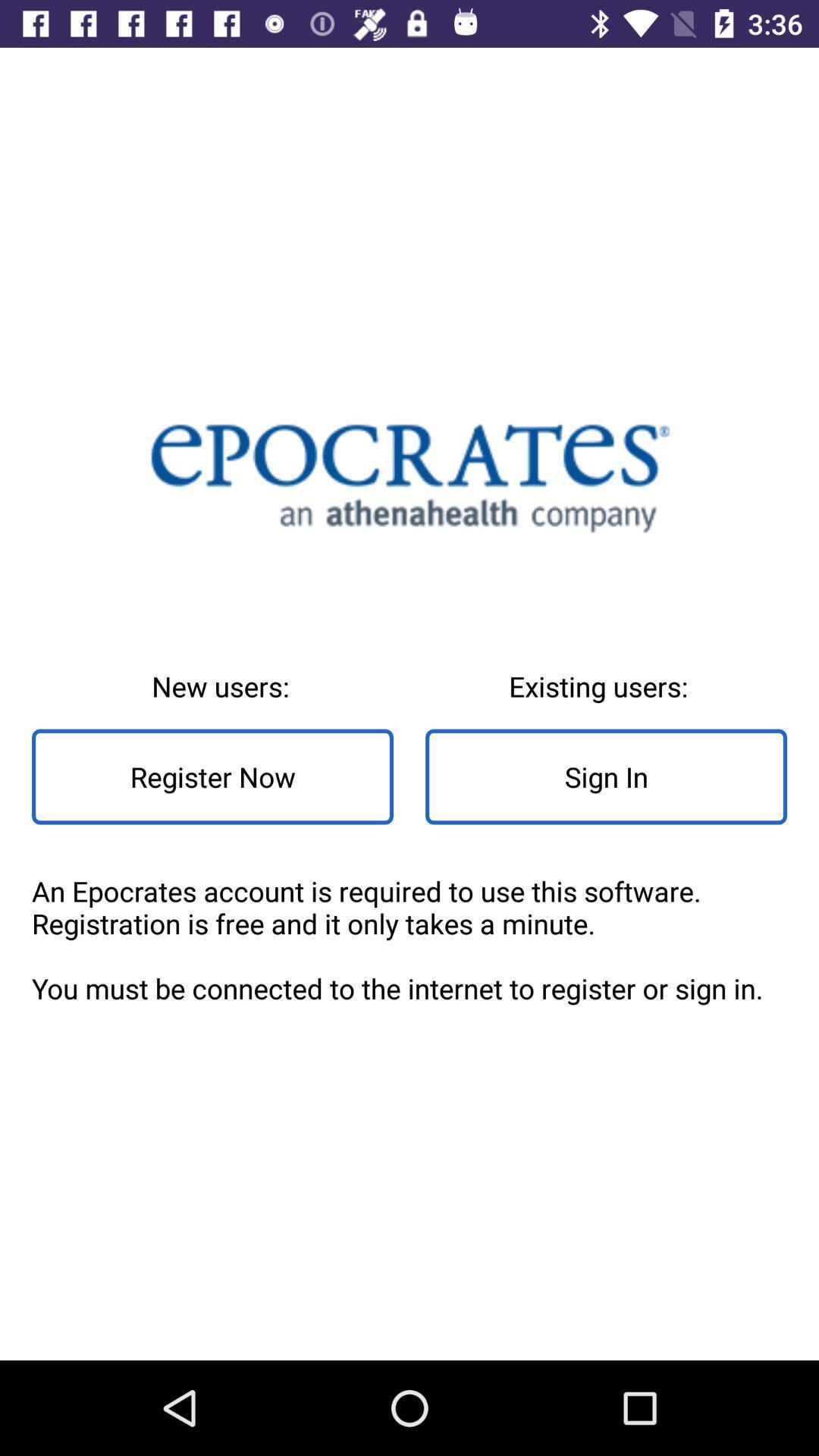 The height and width of the screenshot is (1456, 819). I want to click on item to the left of the existing users: icon, so click(212, 777).